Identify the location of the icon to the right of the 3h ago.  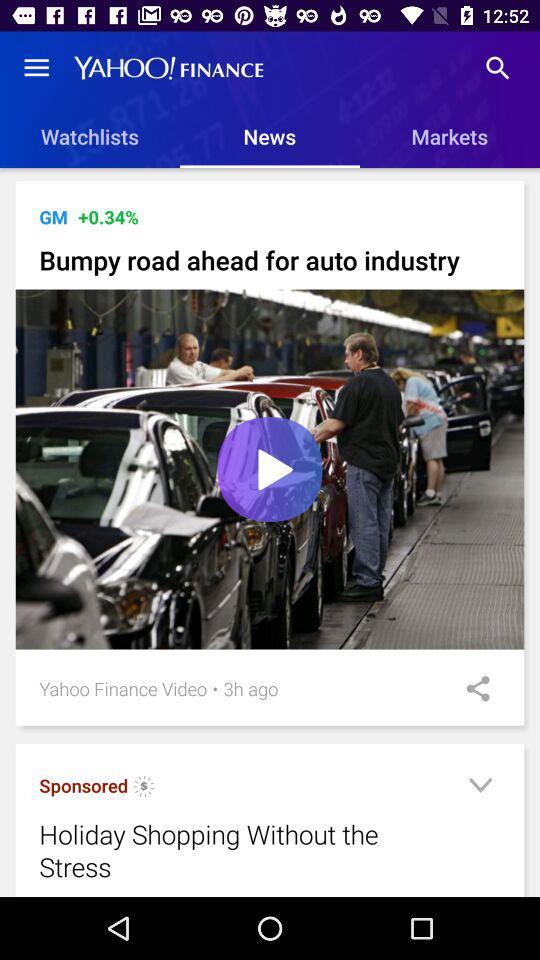
(471, 688).